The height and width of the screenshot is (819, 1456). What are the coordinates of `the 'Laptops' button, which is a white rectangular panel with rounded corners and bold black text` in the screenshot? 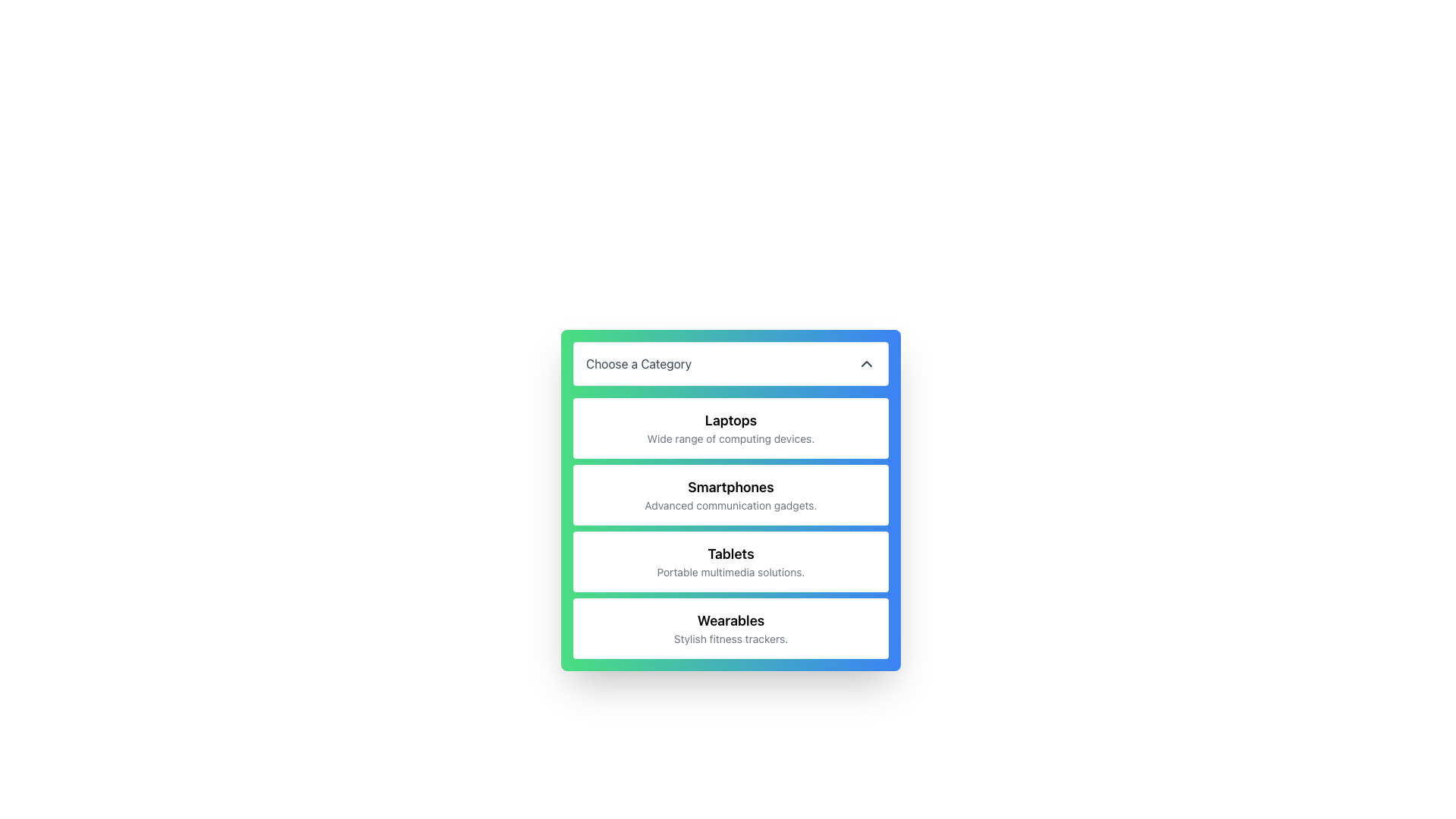 It's located at (731, 428).